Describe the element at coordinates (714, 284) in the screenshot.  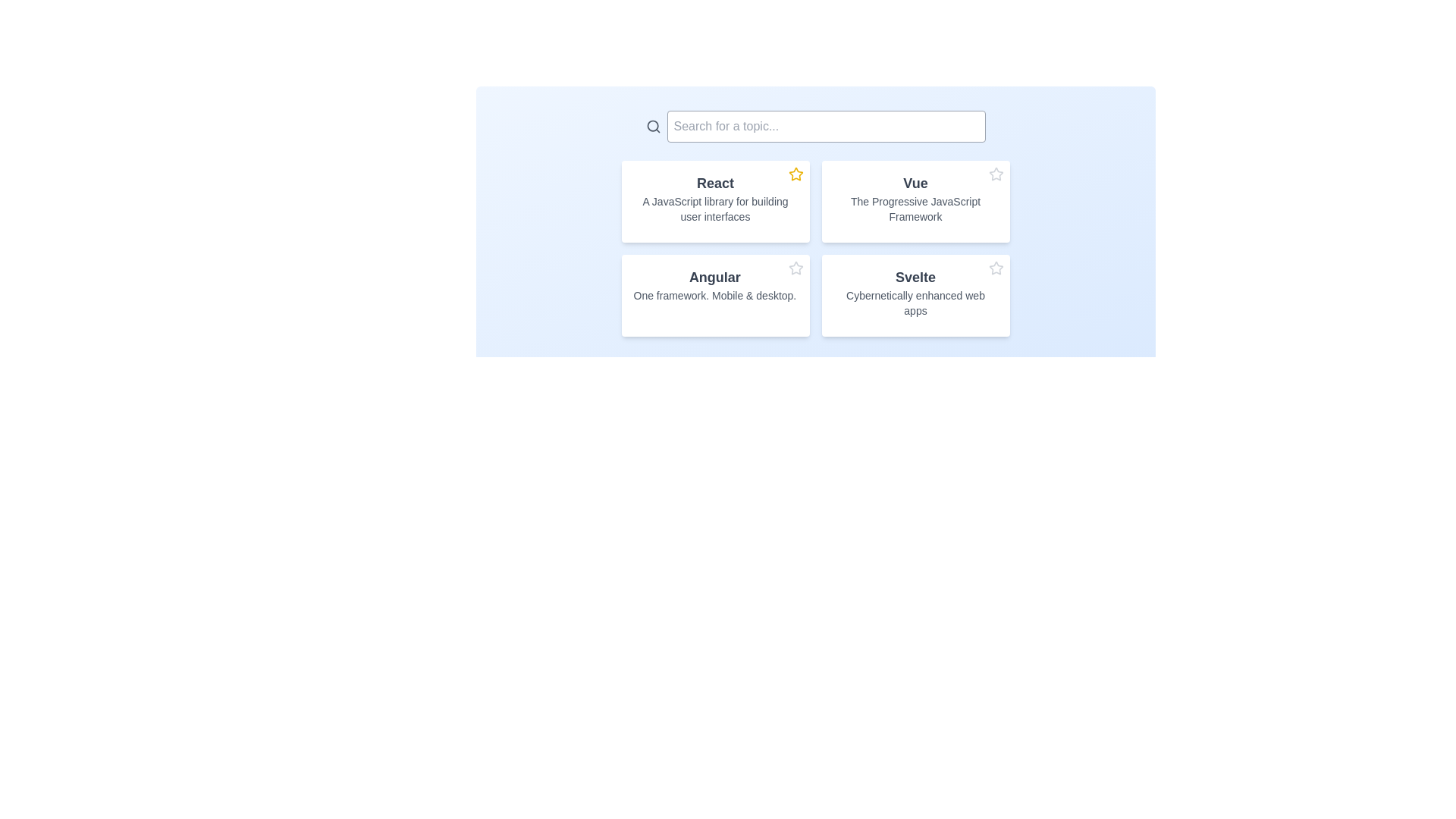
I see `the text display element that shows the name 'Angular' in the second card of four cards below the search bar` at that location.